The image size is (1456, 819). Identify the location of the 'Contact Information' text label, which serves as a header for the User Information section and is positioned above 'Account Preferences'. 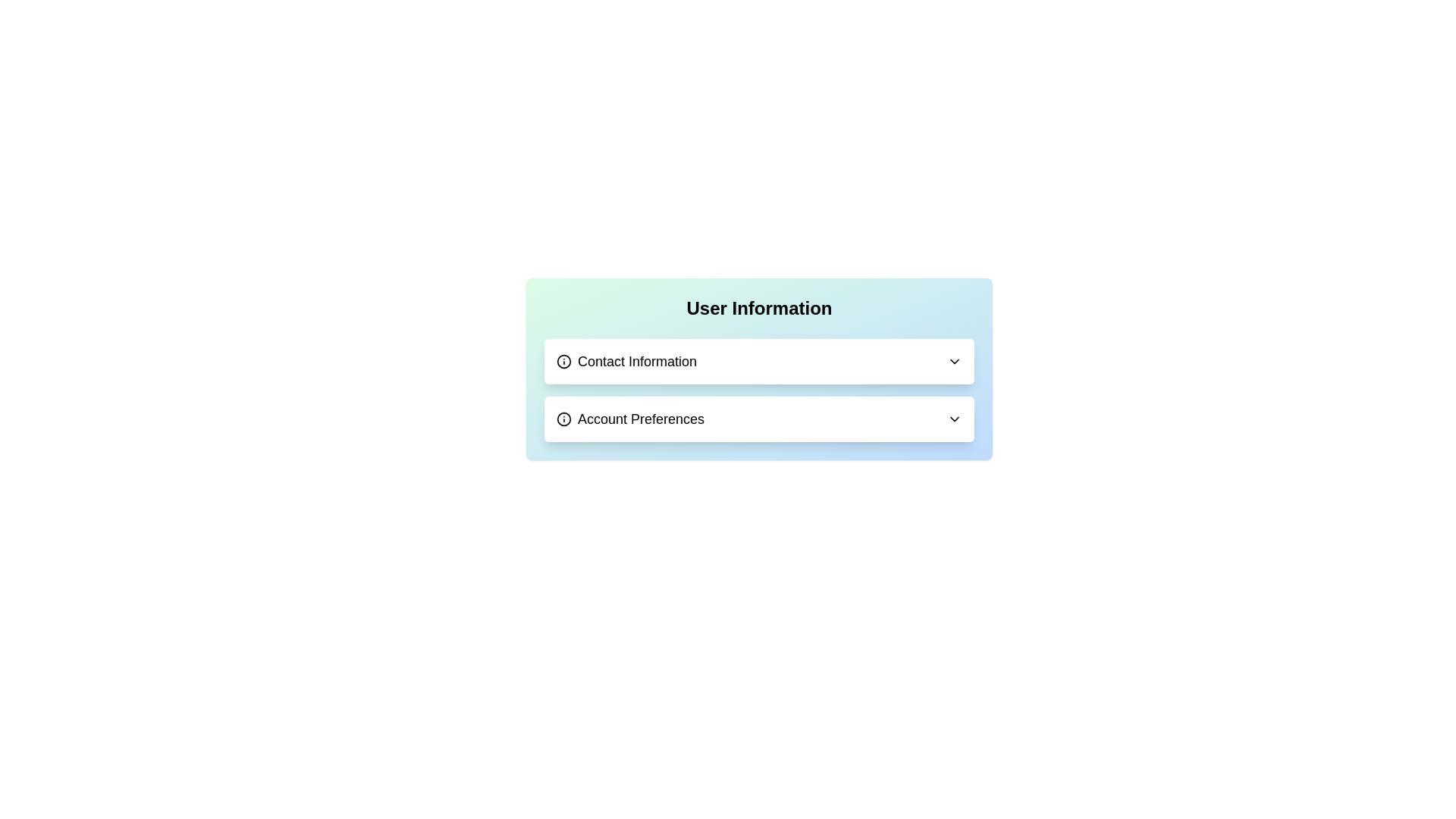
(626, 362).